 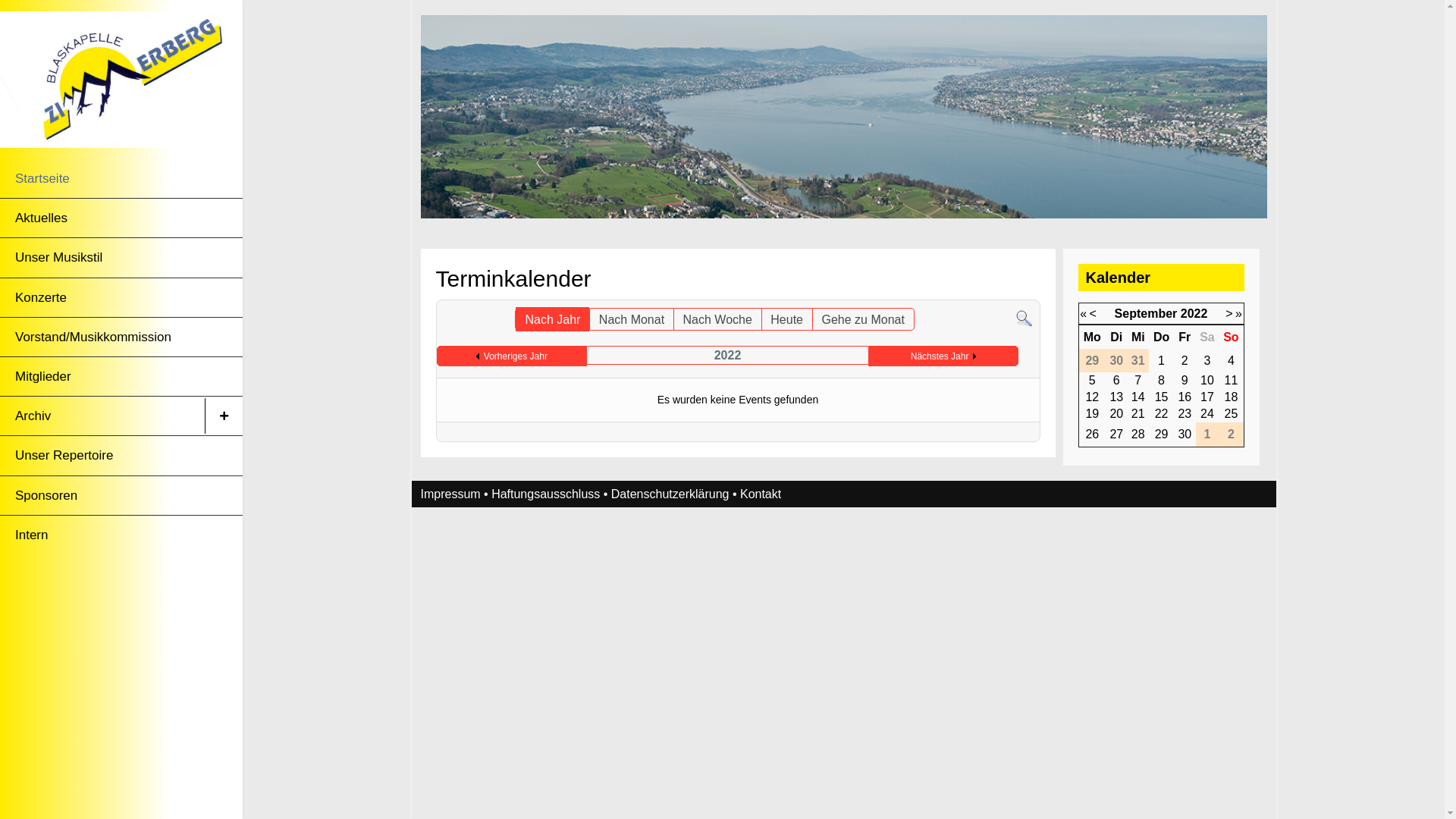 What do you see at coordinates (101, 218) in the screenshot?
I see `'Aktuelles'` at bounding box center [101, 218].